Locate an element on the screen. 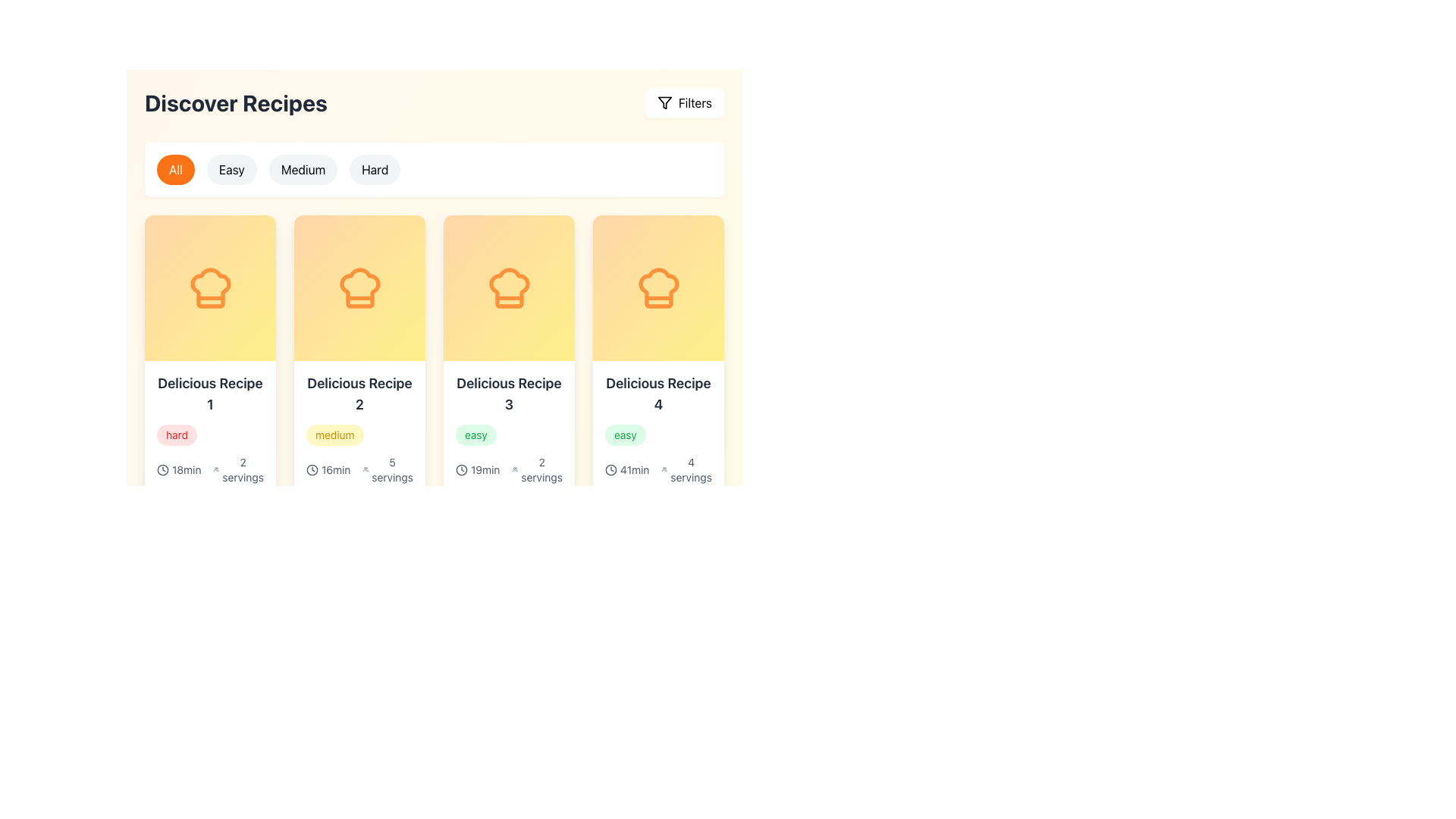 This screenshot has width=1456, height=819. the triangular-shaped funnel icon located at the top-right of the user interface, adjacent to the 'Filters' label is located at coordinates (664, 102).